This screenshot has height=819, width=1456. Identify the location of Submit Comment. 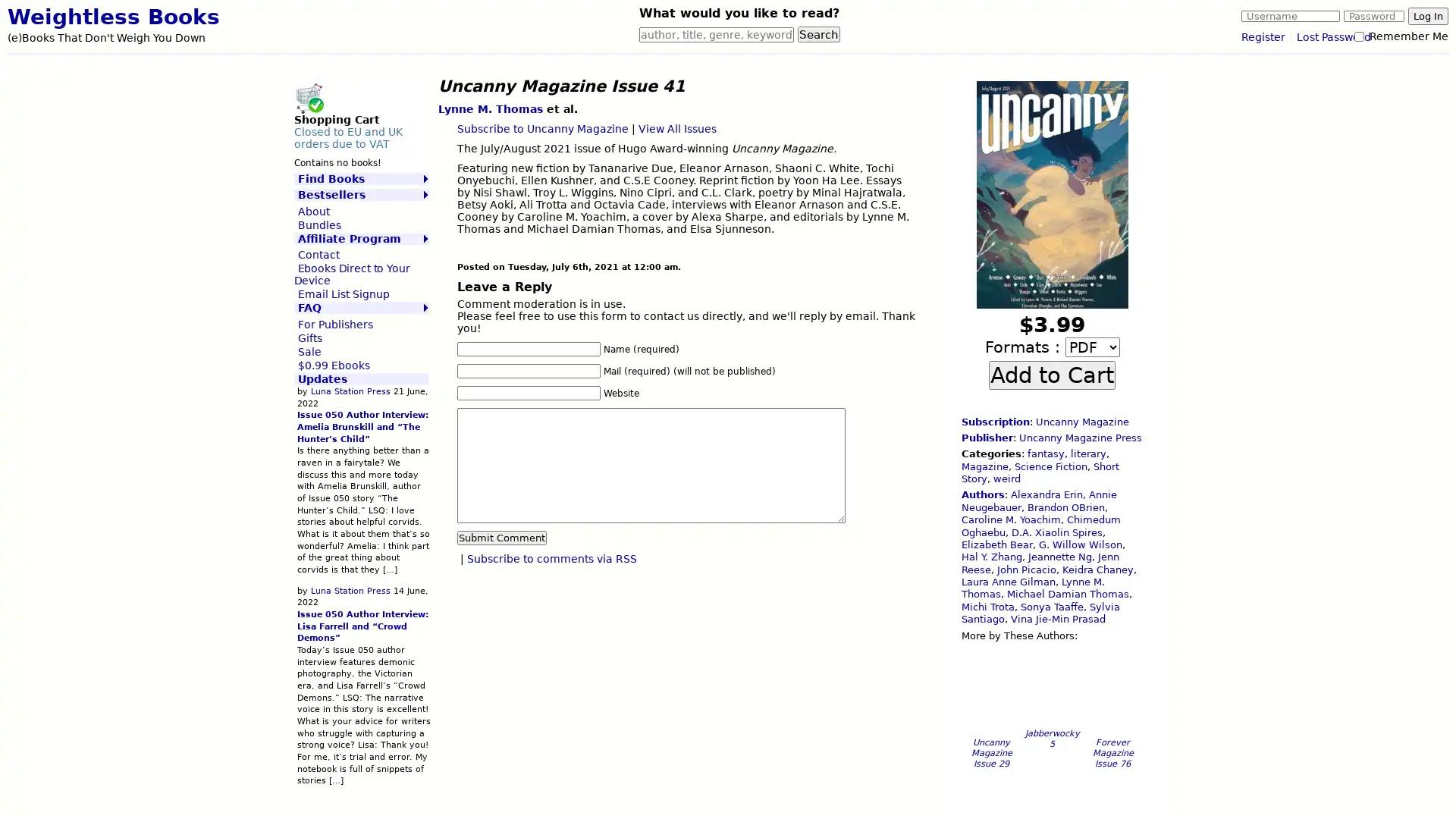
(501, 536).